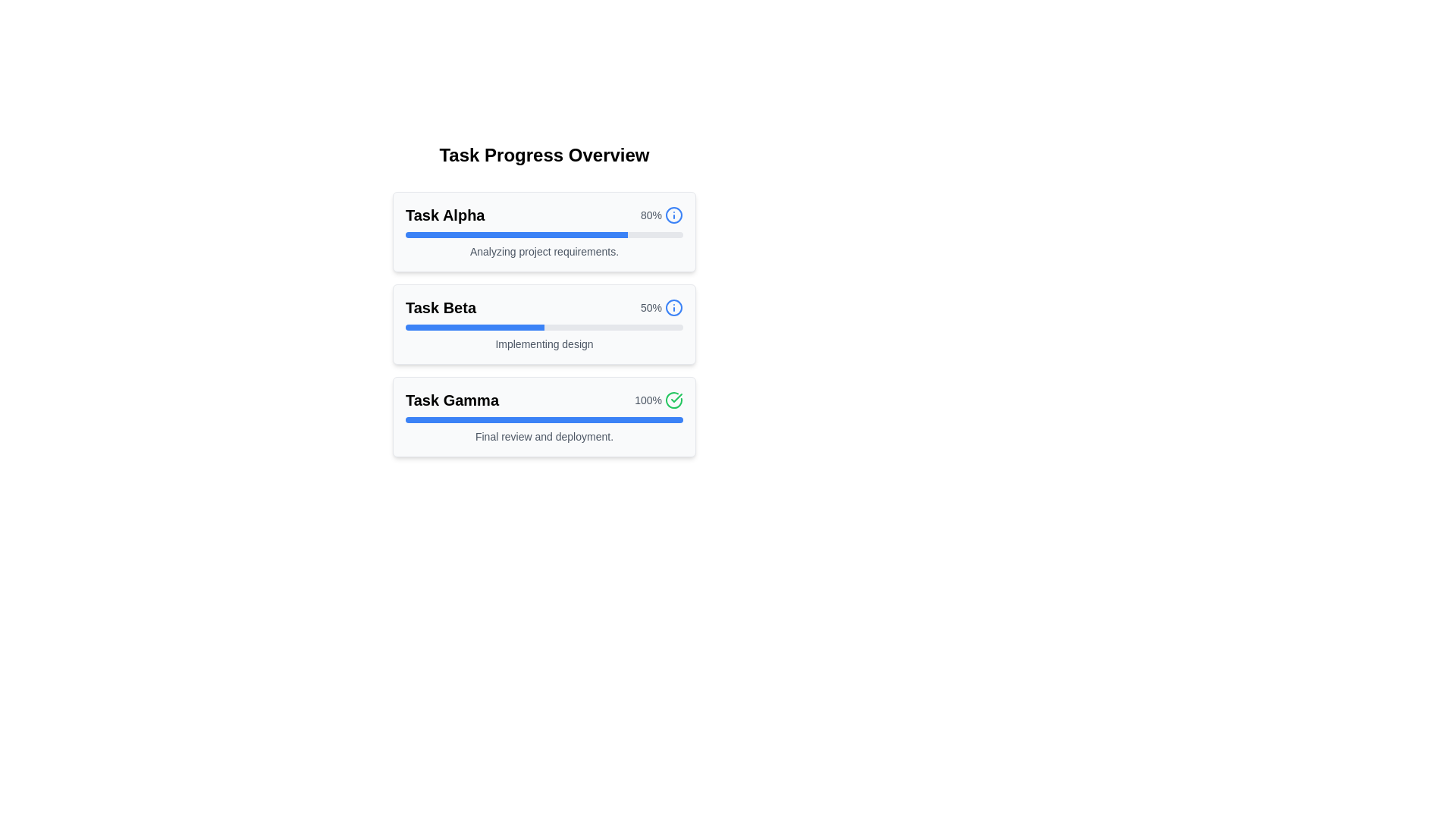  I want to click on the text label that displays 'Implementing design', located at the center of the 'Task Beta' section, below the progress bar, so click(544, 344).